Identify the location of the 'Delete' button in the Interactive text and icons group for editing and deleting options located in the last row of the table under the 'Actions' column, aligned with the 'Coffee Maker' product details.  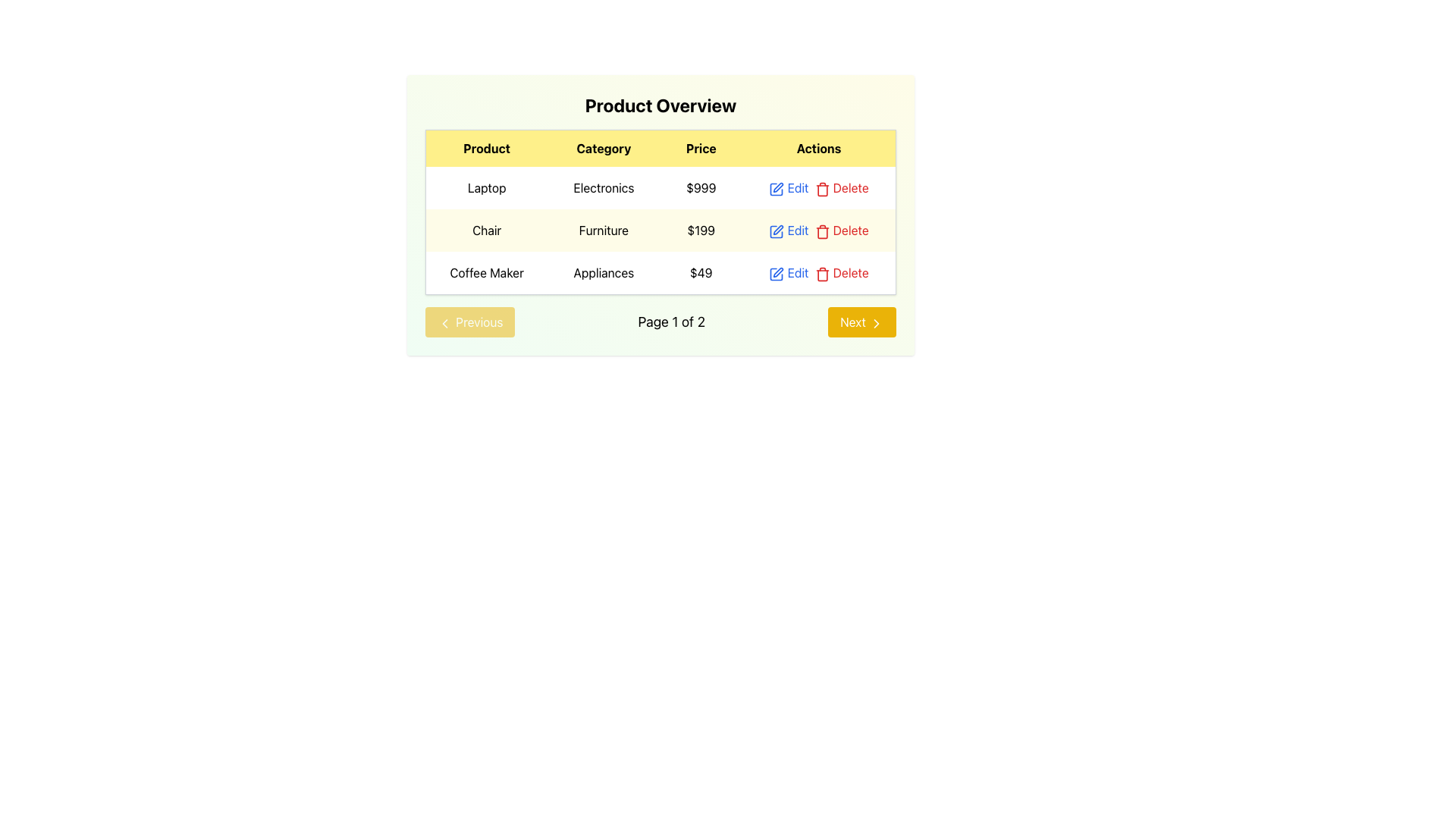
(818, 271).